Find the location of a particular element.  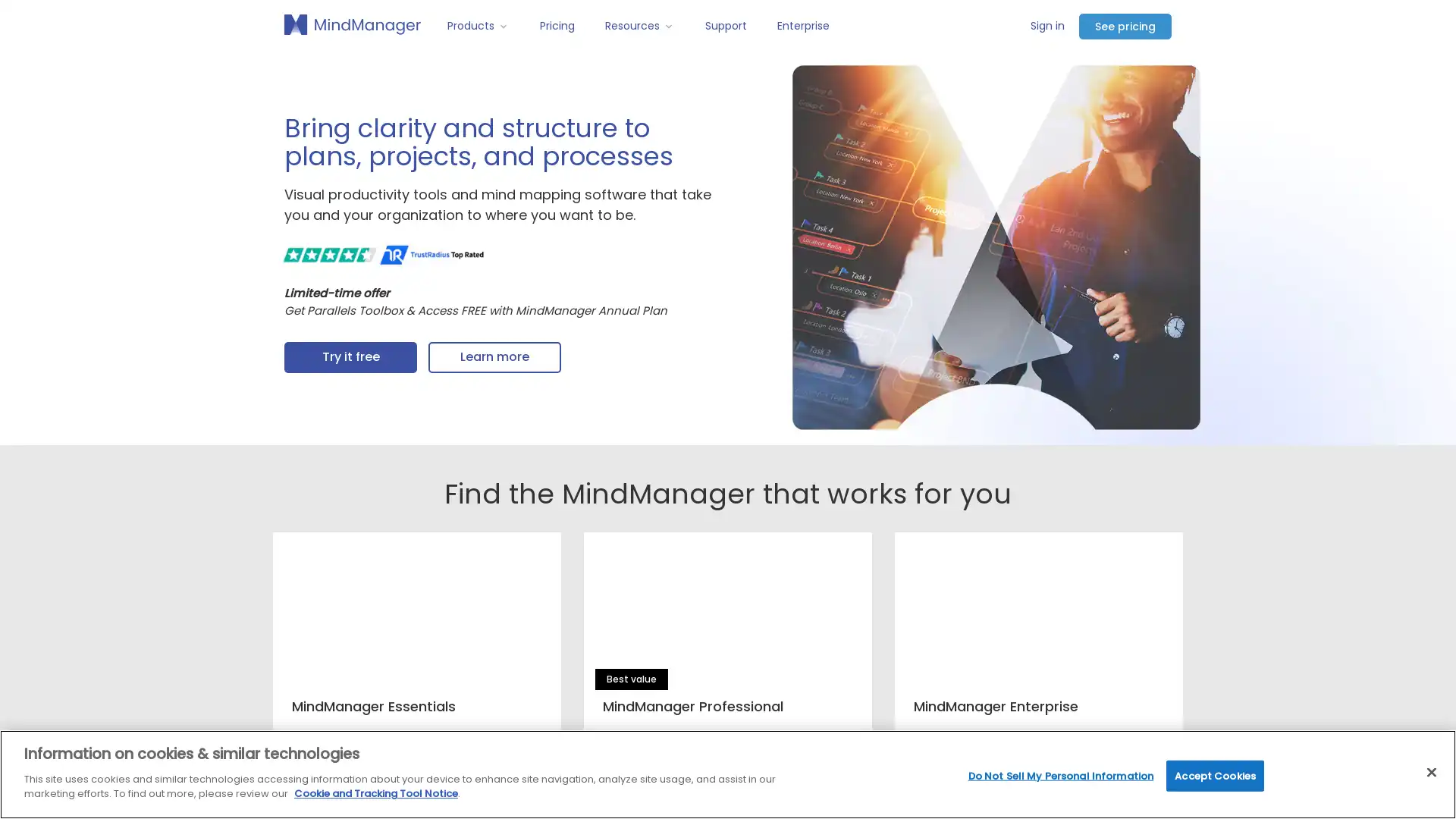

Try it free is located at coordinates (350, 357).